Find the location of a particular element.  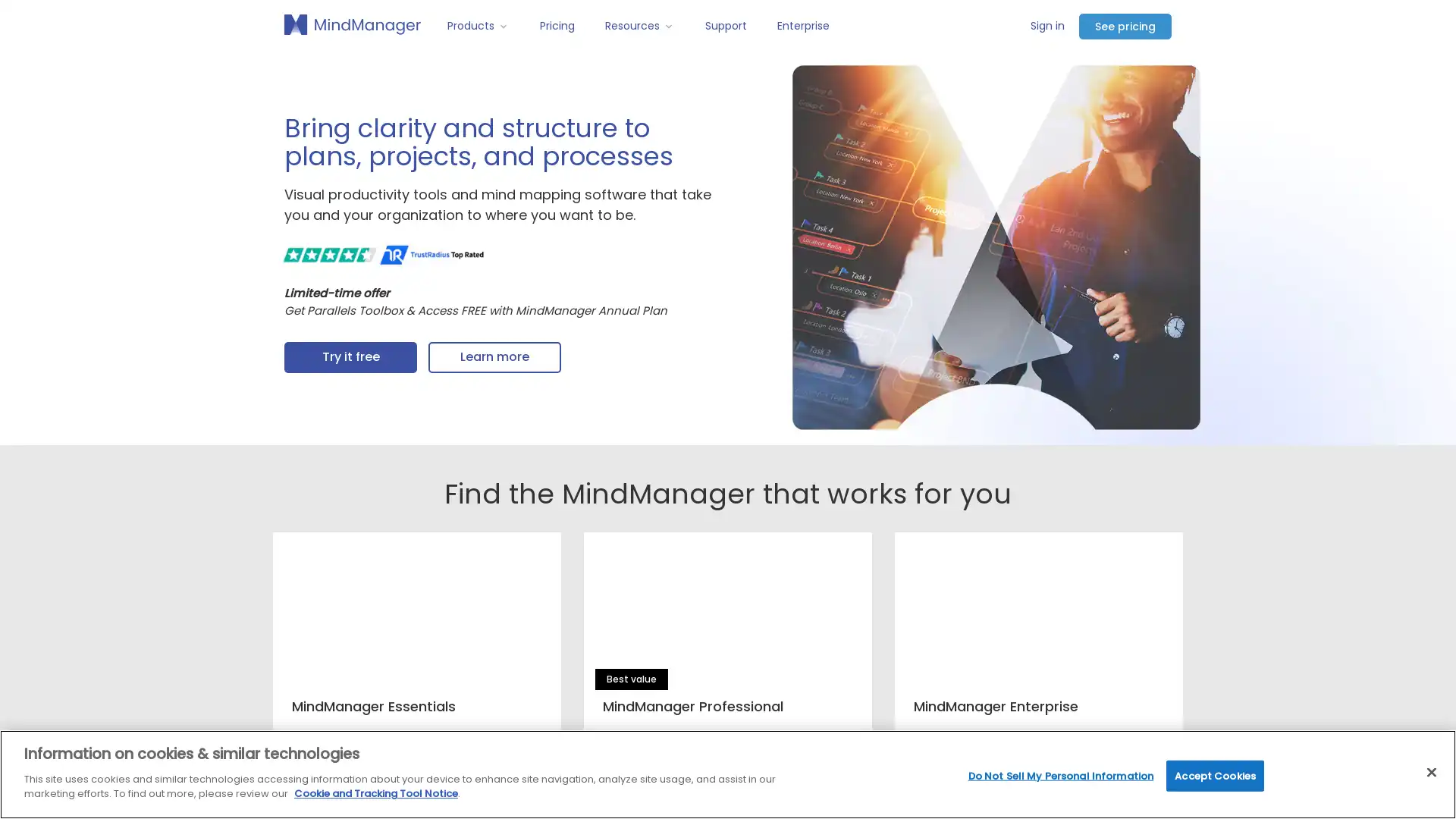

Try it free is located at coordinates (350, 357).